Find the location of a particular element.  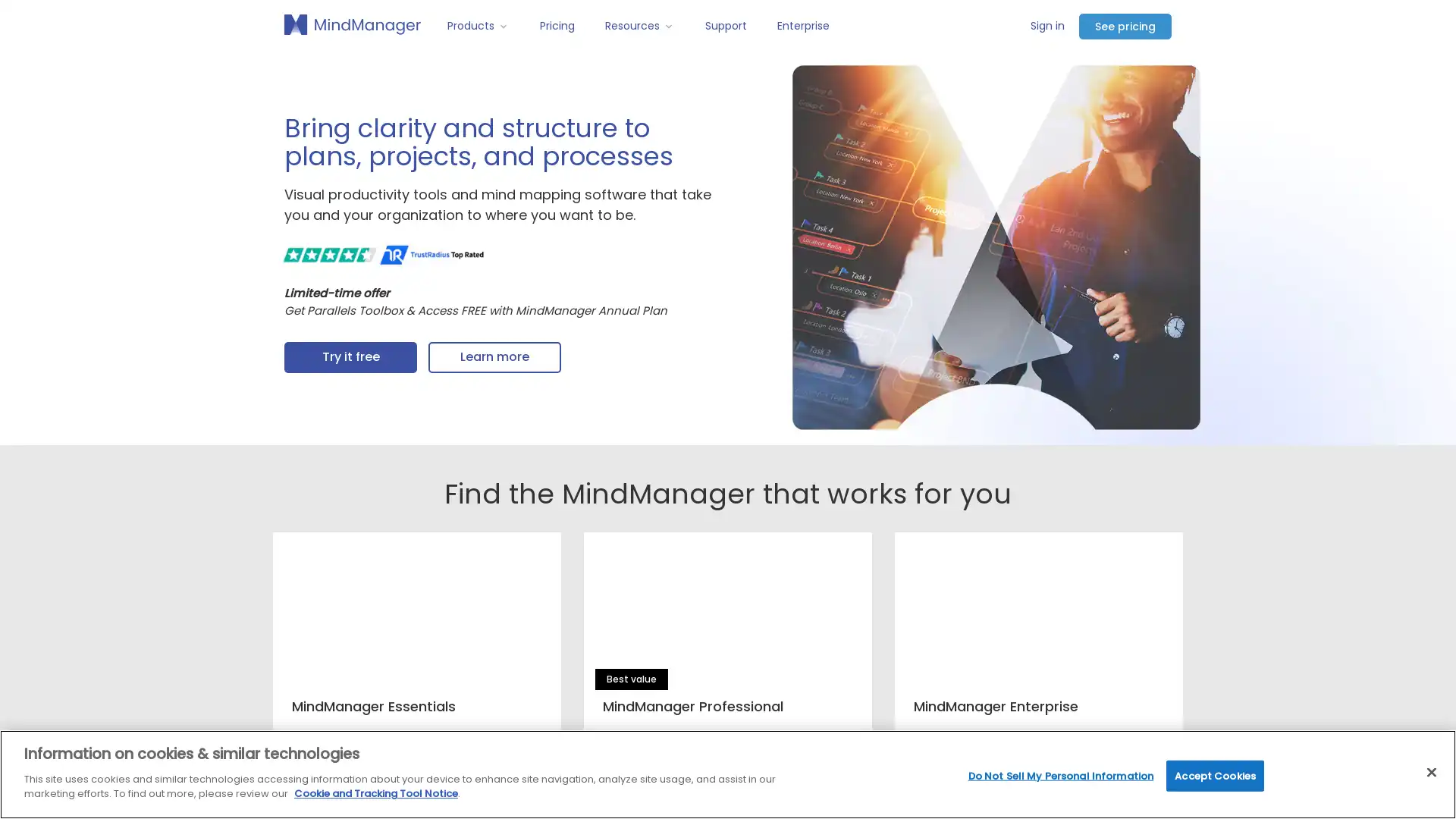

Try it free is located at coordinates (350, 357).